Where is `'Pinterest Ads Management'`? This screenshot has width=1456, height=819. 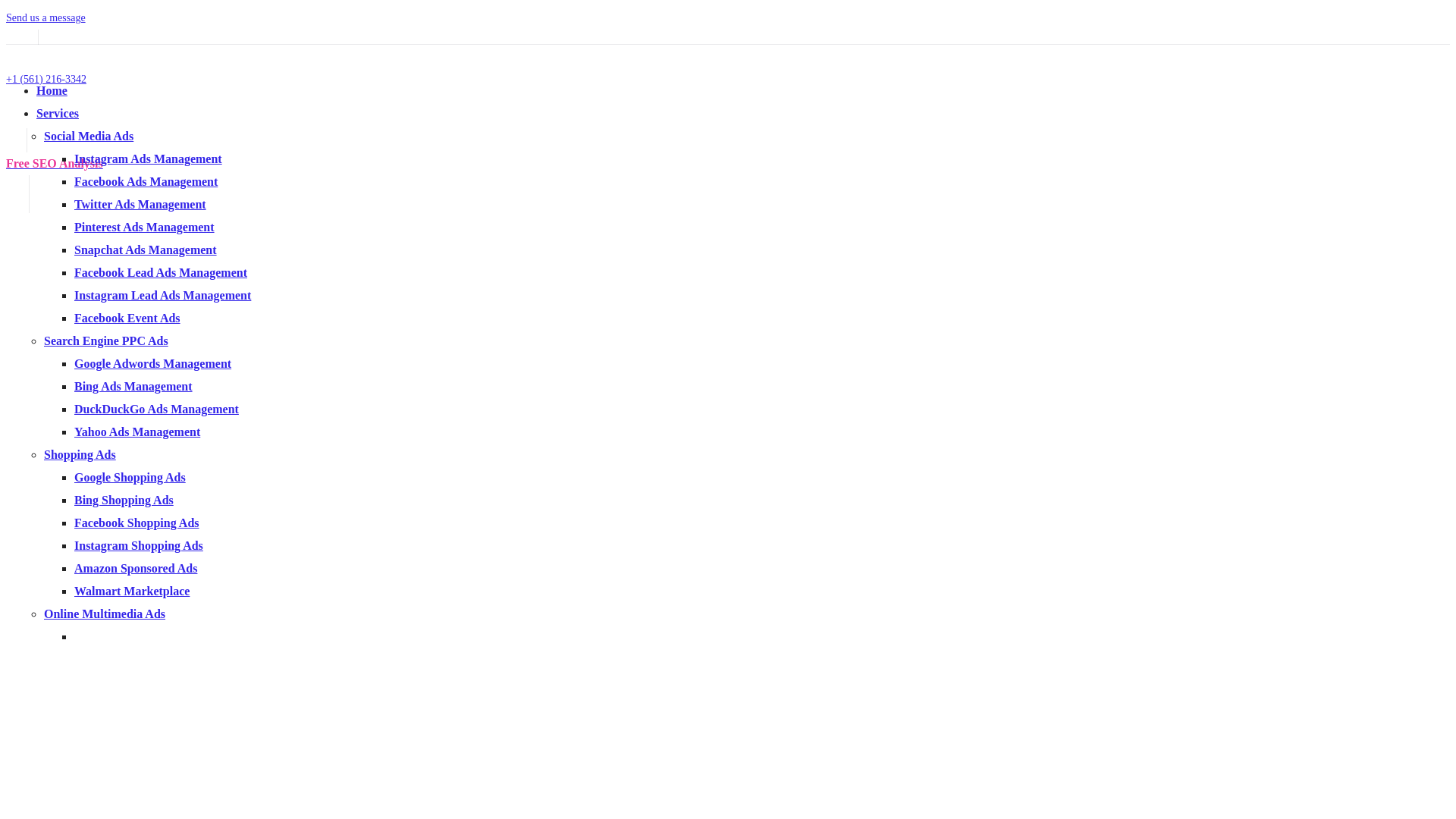 'Pinterest Ads Management' is located at coordinates (144, 227).